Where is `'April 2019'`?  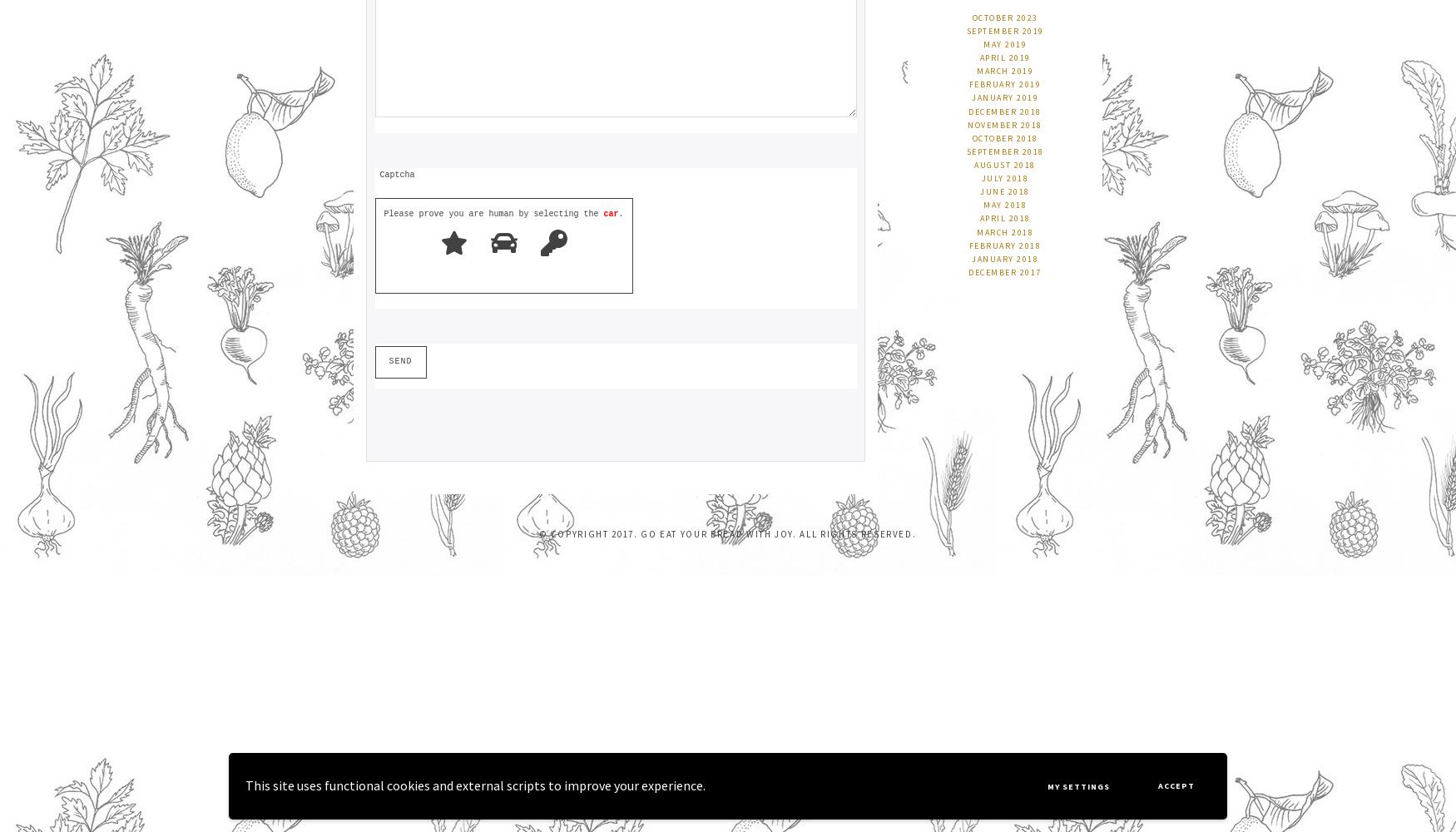
'April 2019' is located at coordinates (1004, 57).